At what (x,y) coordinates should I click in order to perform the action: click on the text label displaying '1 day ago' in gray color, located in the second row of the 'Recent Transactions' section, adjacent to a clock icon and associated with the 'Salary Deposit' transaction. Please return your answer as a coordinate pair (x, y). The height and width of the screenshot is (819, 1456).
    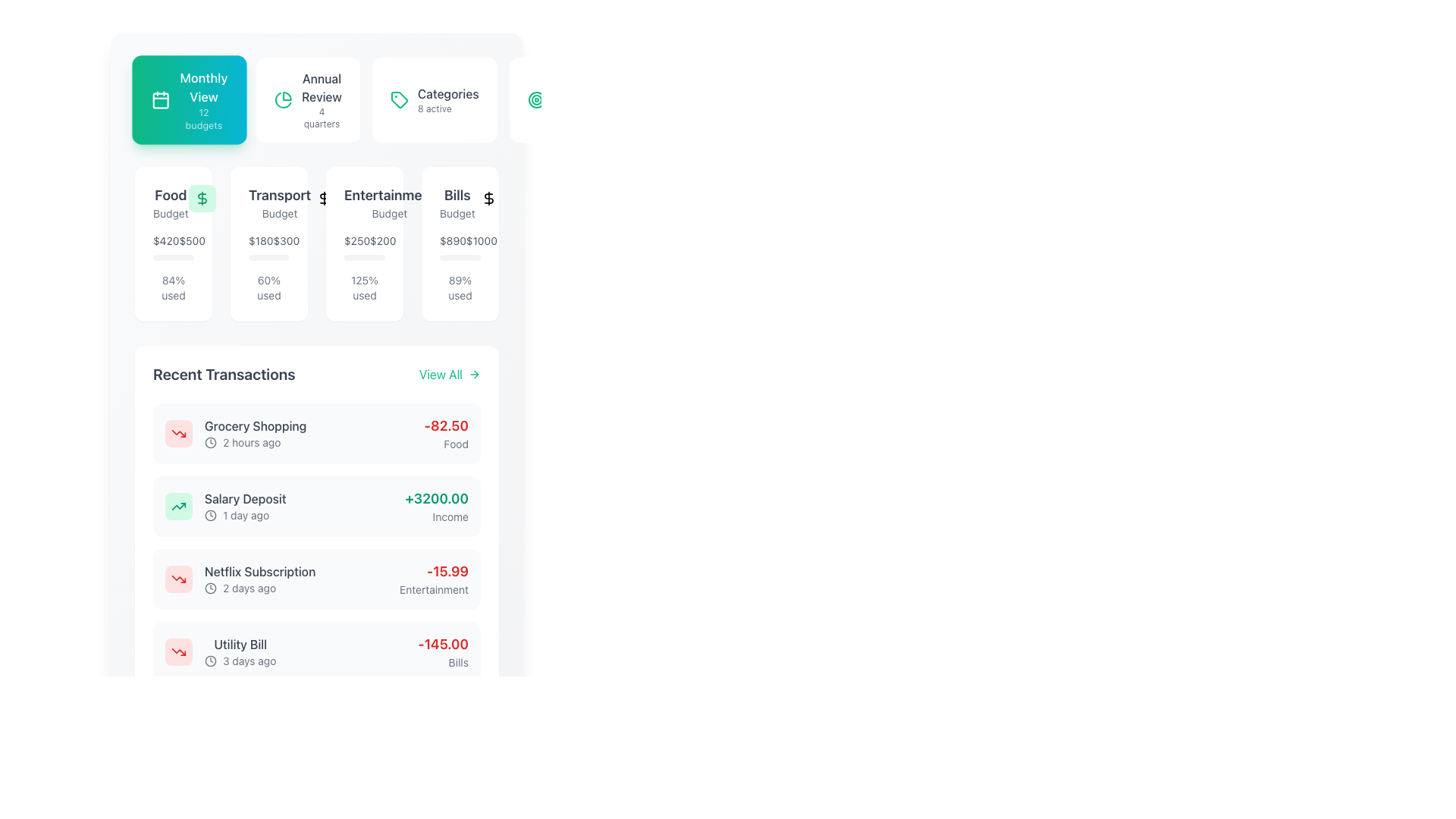
    Looking at the image, I should click on (246, 514).